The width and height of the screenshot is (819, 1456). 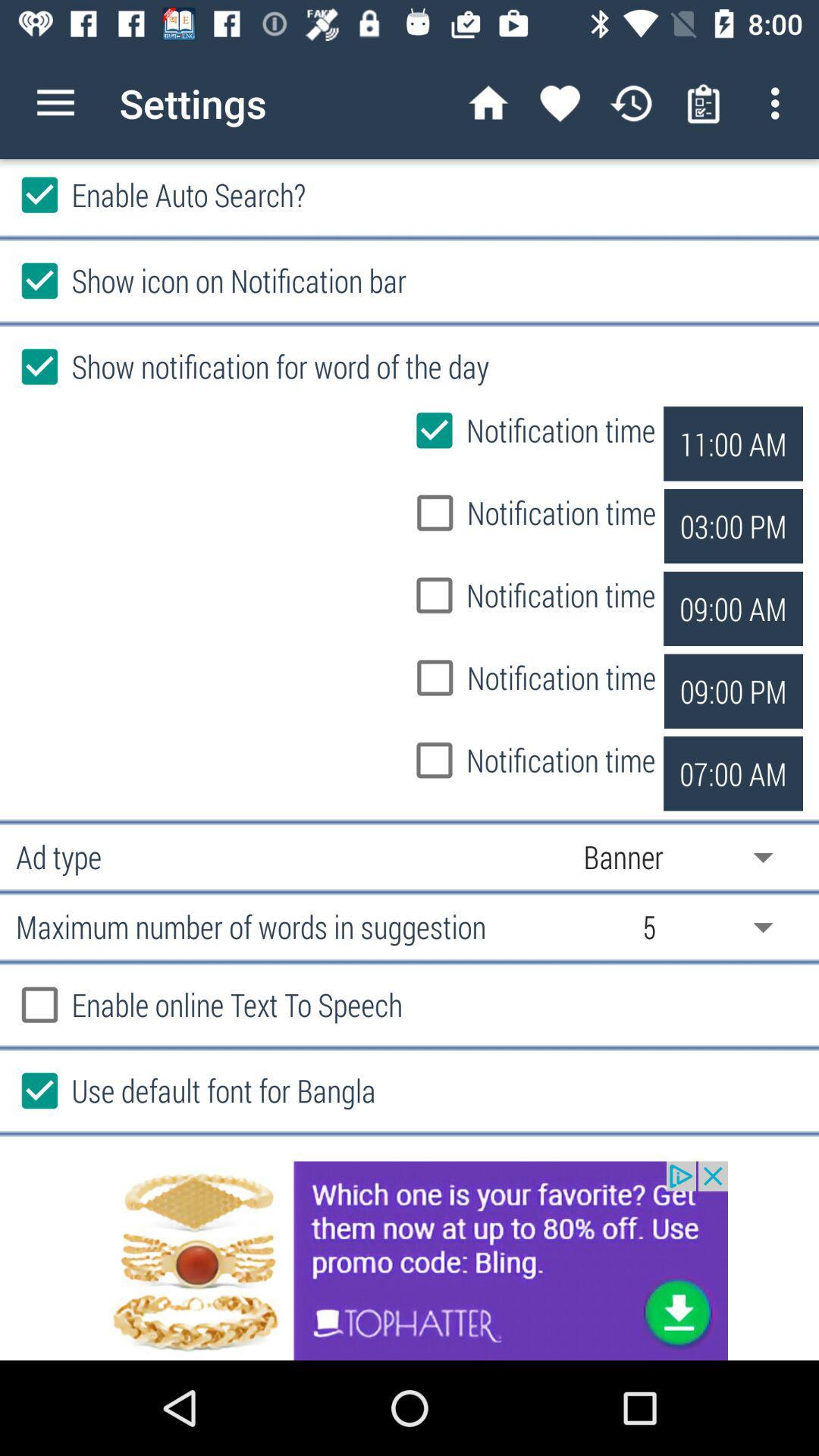 What do you see at coordinates (409, 1260) in the screenshot?
I see `advertisement banner` at bounding box center [409, 1260].